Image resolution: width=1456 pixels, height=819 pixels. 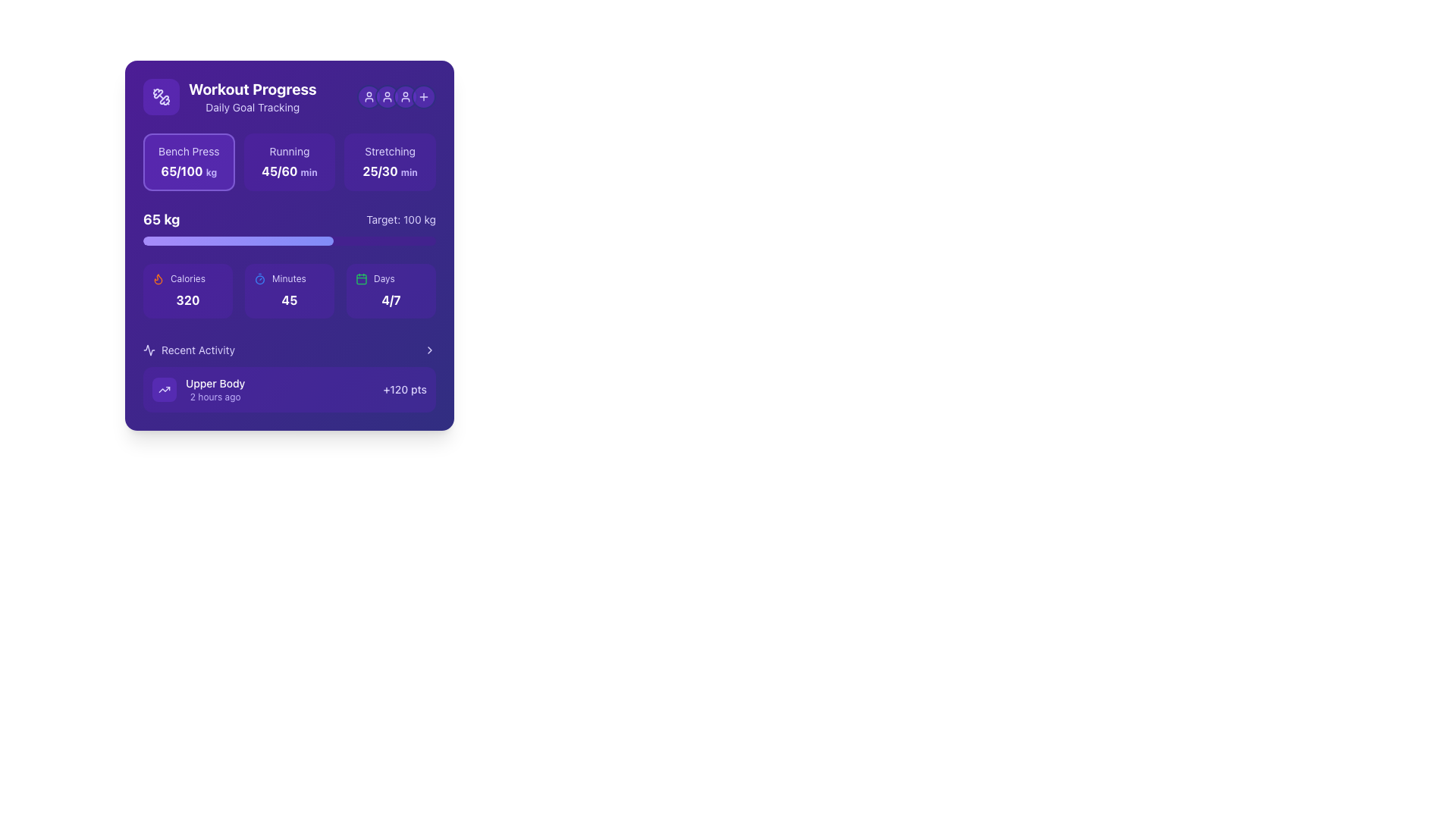 I want to click on the static text element that provides a subtitle for the 'Workout Progress' section, located beneath the 'Workout Progress' heading, so click(x=253, y=107).